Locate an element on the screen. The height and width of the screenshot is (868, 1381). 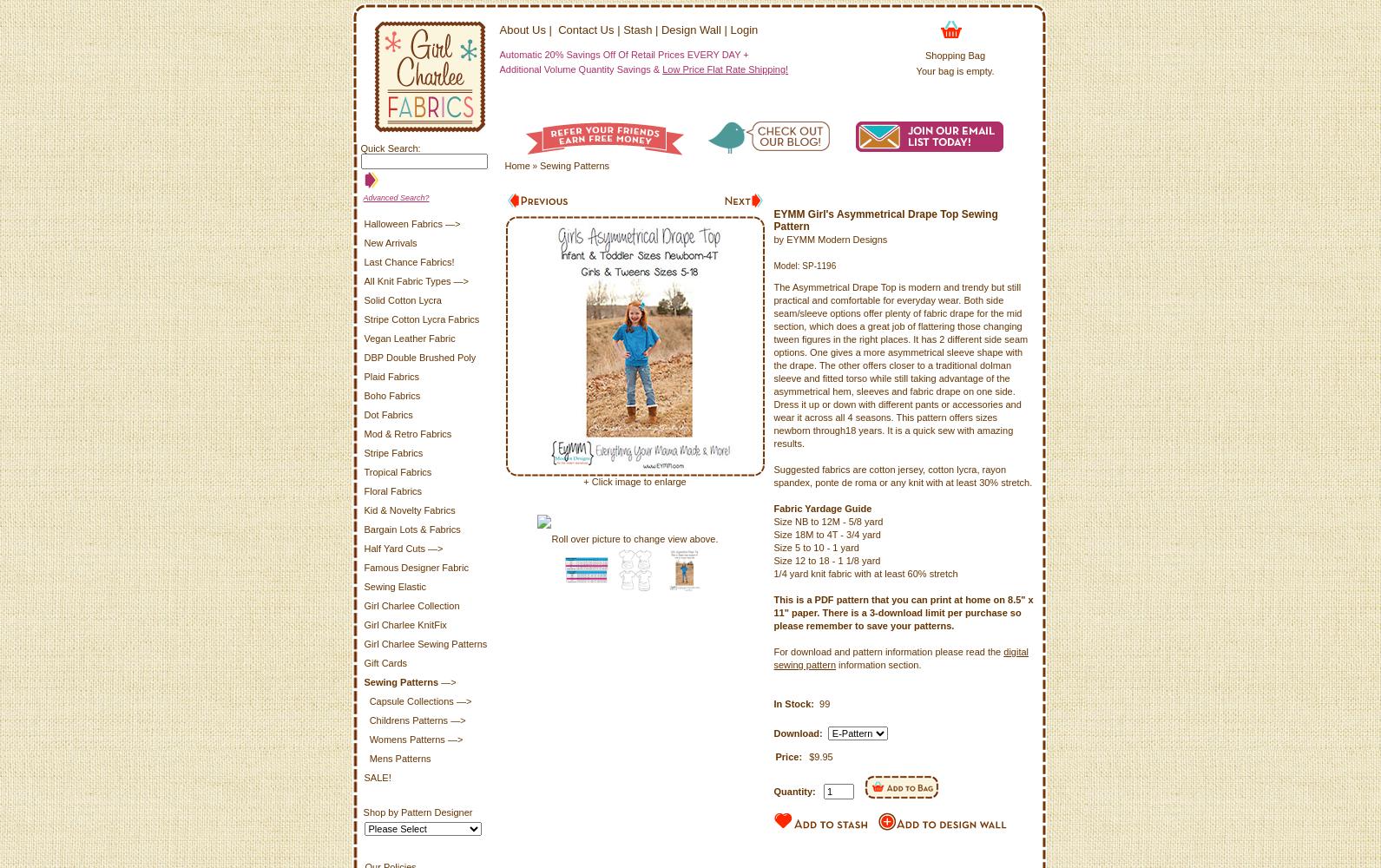
'Girl Charlee Collection' is located at coordinates (411, 605).